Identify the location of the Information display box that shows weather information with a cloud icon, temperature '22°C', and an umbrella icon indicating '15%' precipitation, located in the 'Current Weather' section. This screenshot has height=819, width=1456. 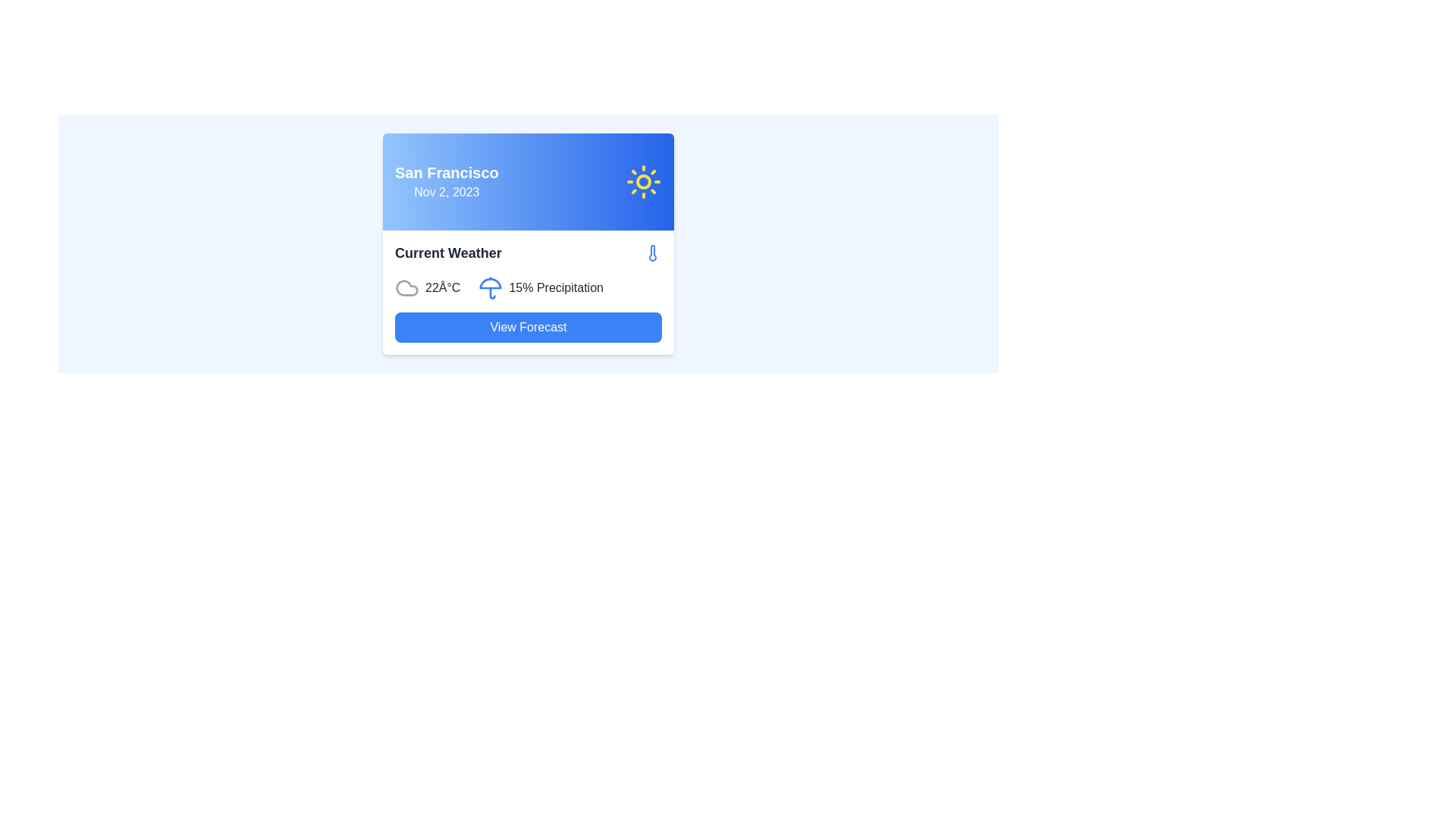
(528, 288).